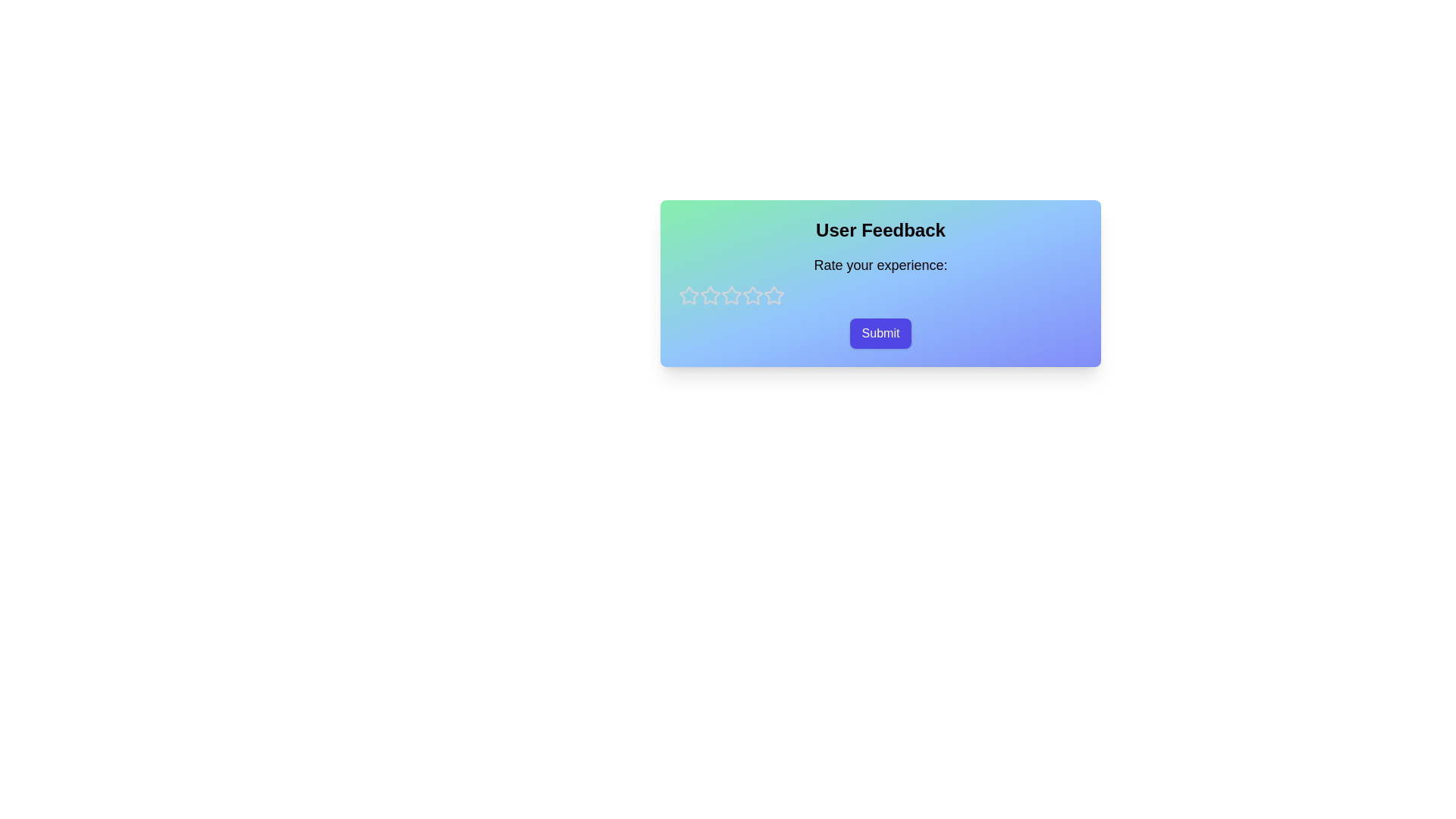 The height and width of the screenshot is (819, 1456). I want to click on the first star icon in the rating UI, so click(709, 295).